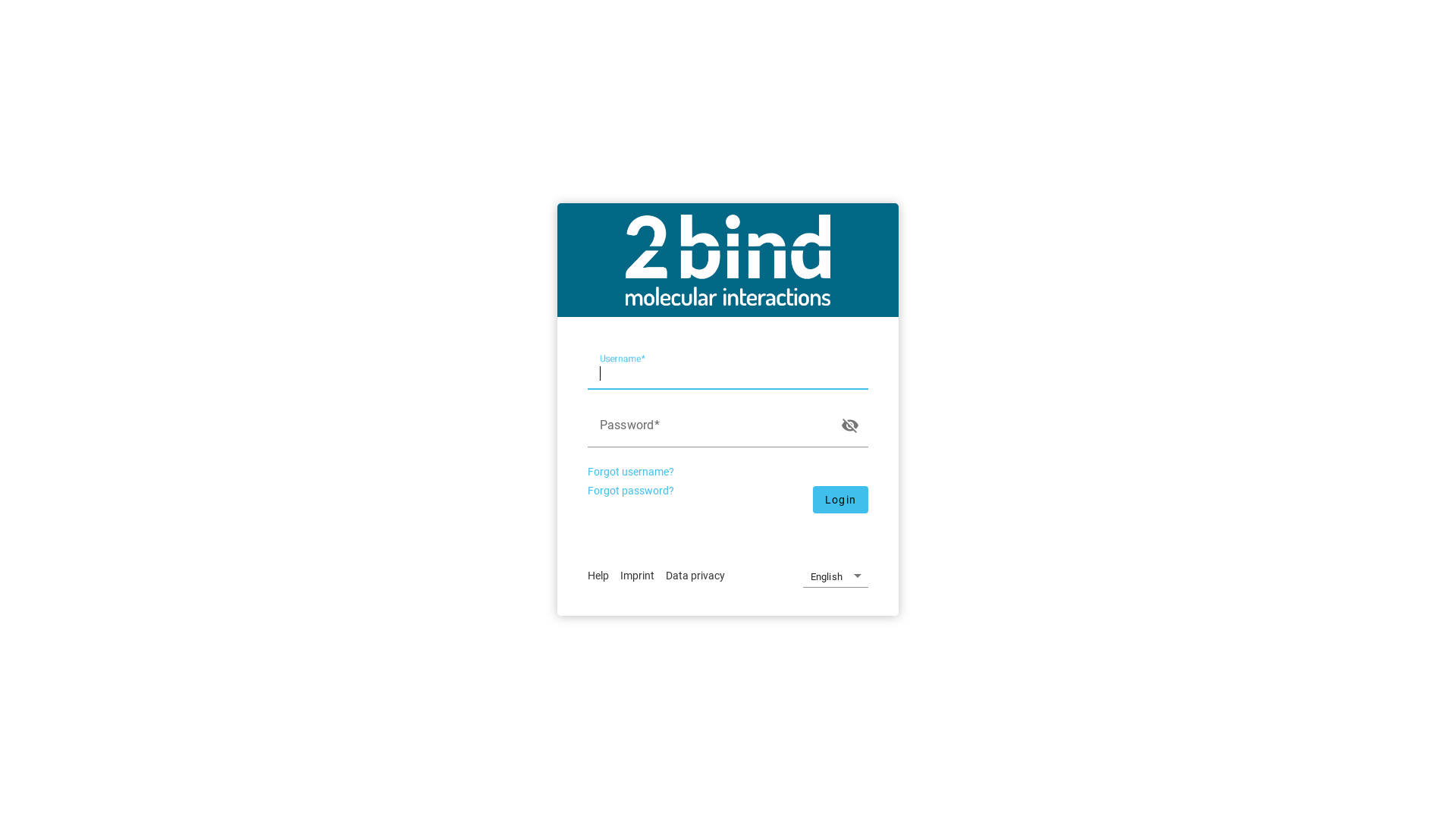  Describe the element at coordinates (633, 491) in the screenshot. I see `'Forgot password?'` at that location.